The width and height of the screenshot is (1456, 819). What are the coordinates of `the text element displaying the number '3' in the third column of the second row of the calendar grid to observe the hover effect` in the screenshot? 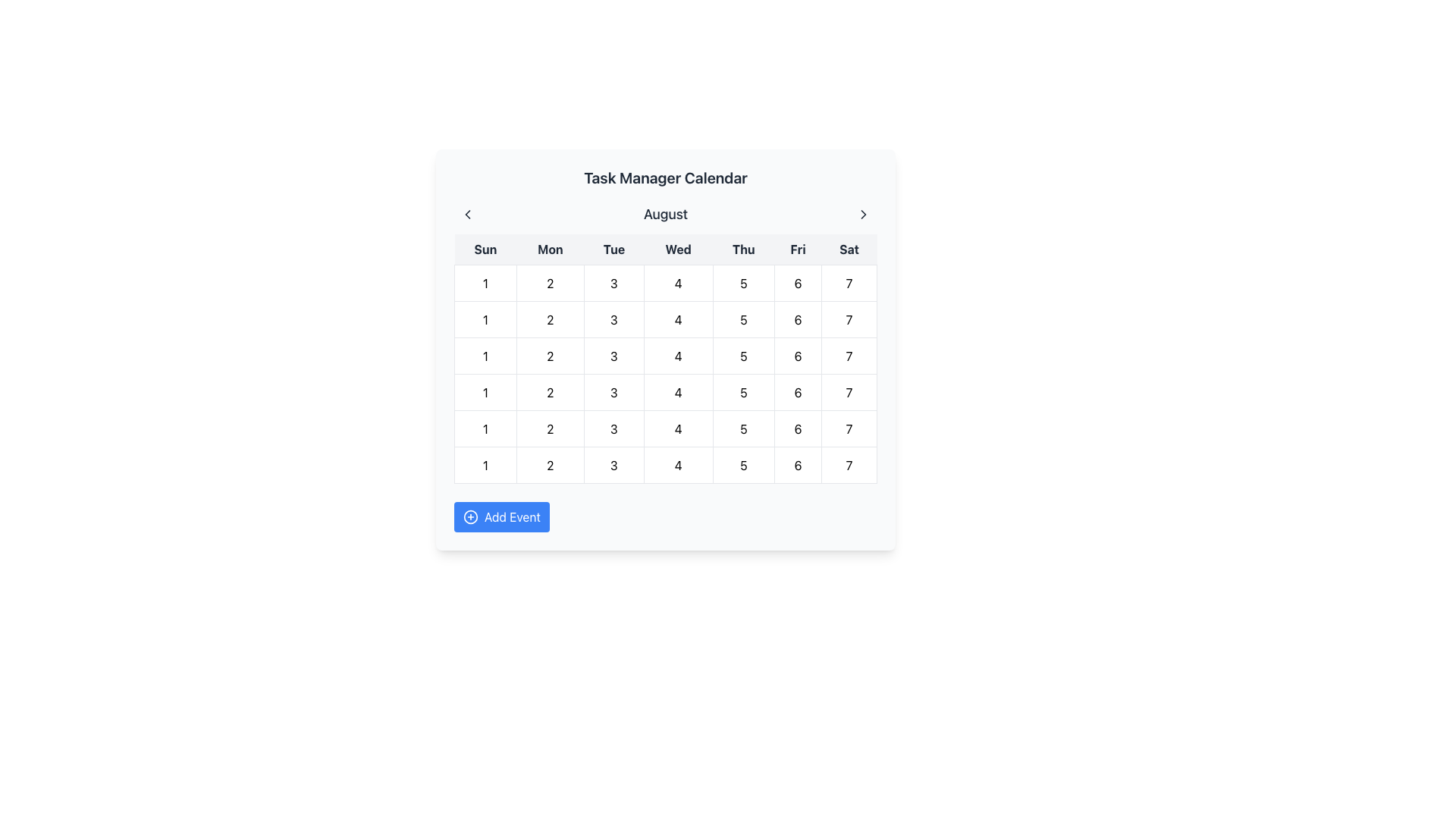 It's located at (613, 464).